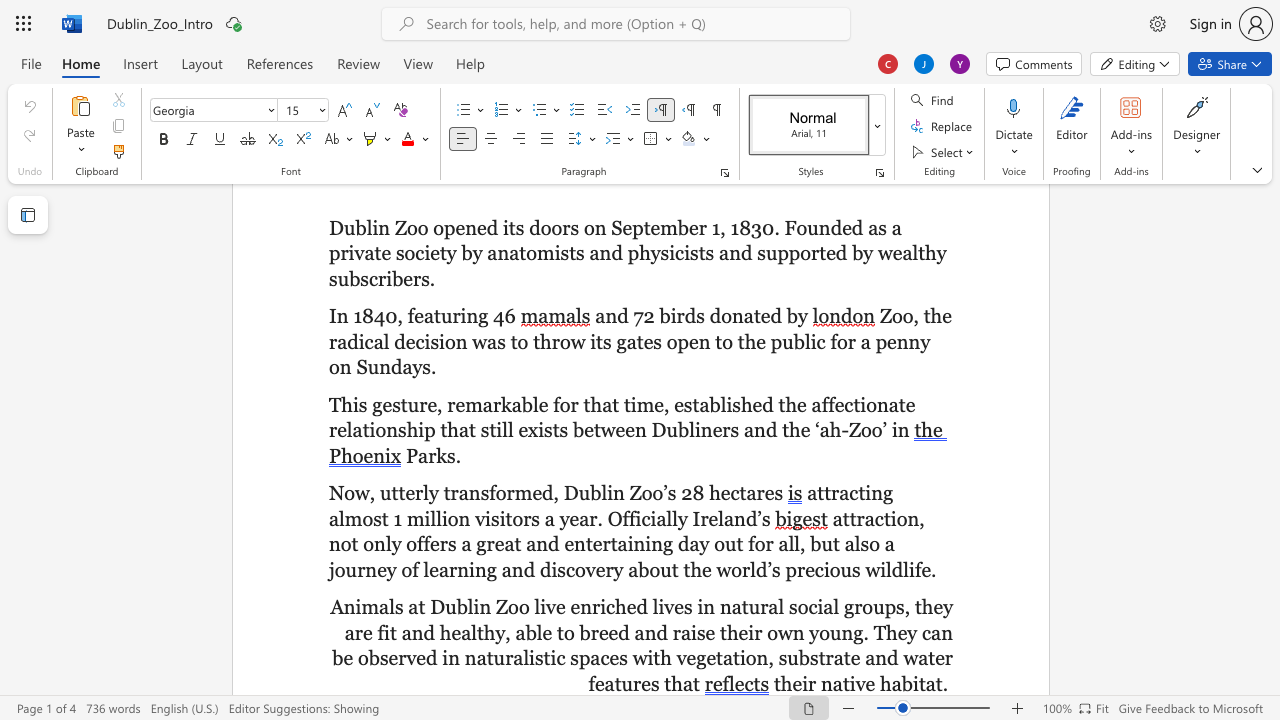 The width and height of the screenshot is (1280, 720). What do you see at coordinates (837, 682) in the screenshot?
I see `the 1th character "a" in the text` at bounding box center [837, 682].